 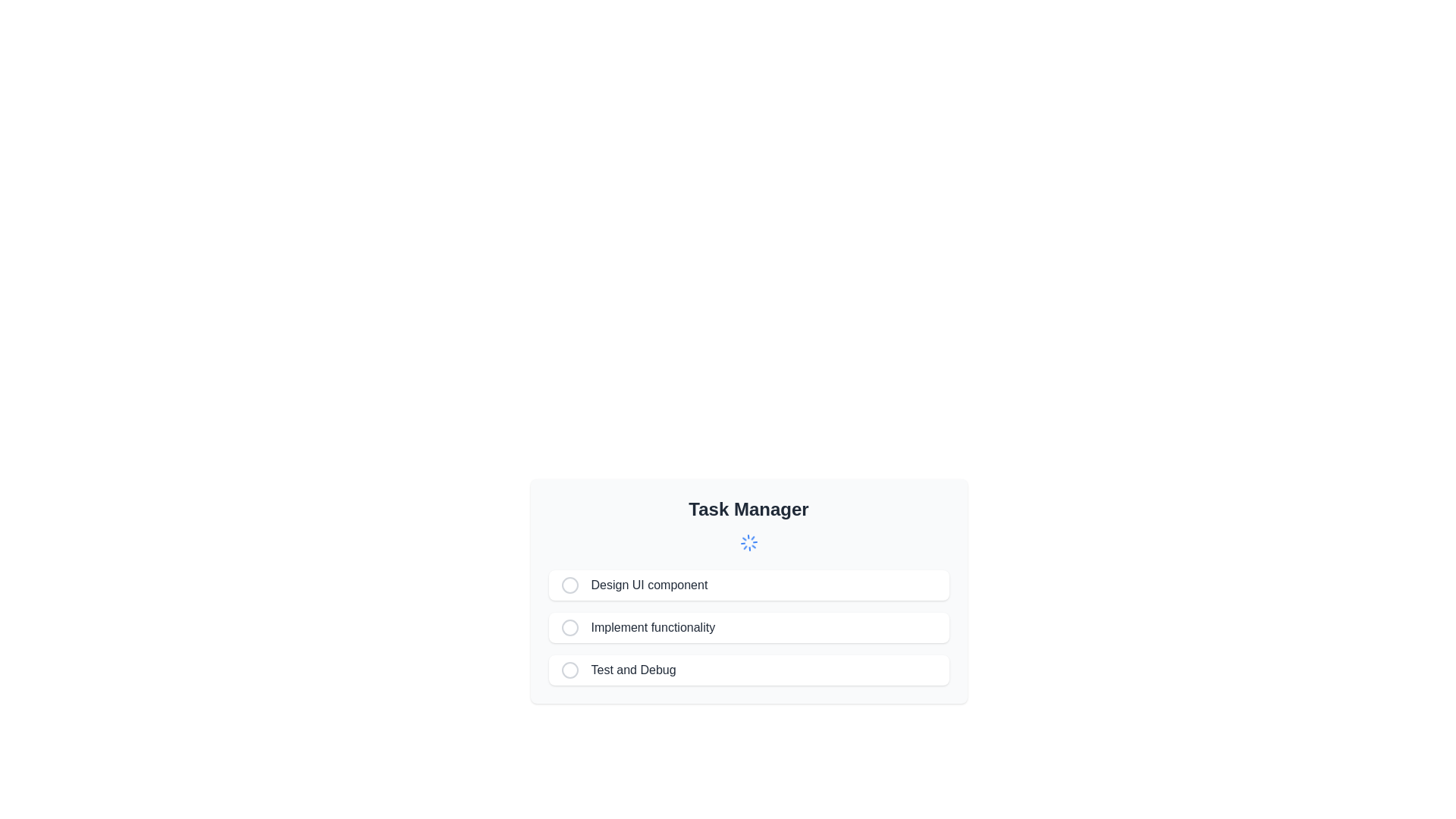 What do you see at coordinates (748, 542) in the screenshot?
I see `the spinner located beneath the 'Task Manager' header to understand the loading status of the ongoing background process` at bounding box center [748, 542].